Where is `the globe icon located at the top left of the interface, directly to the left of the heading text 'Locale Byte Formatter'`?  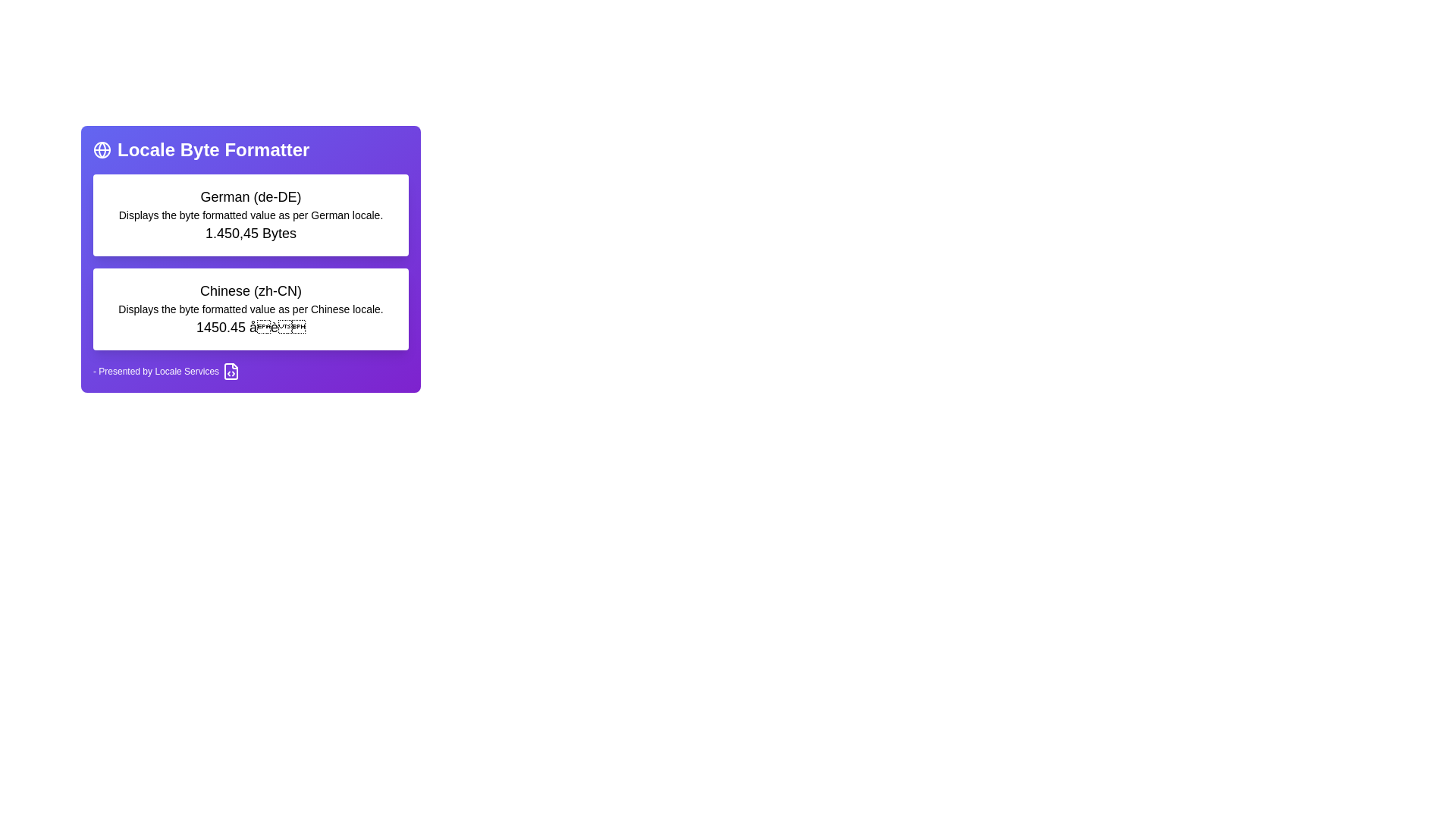
the globe icon located at the top left of the interface, directly to the left of the heading text 'Locale Byte Formatter' is located at coordinates (101, 149).